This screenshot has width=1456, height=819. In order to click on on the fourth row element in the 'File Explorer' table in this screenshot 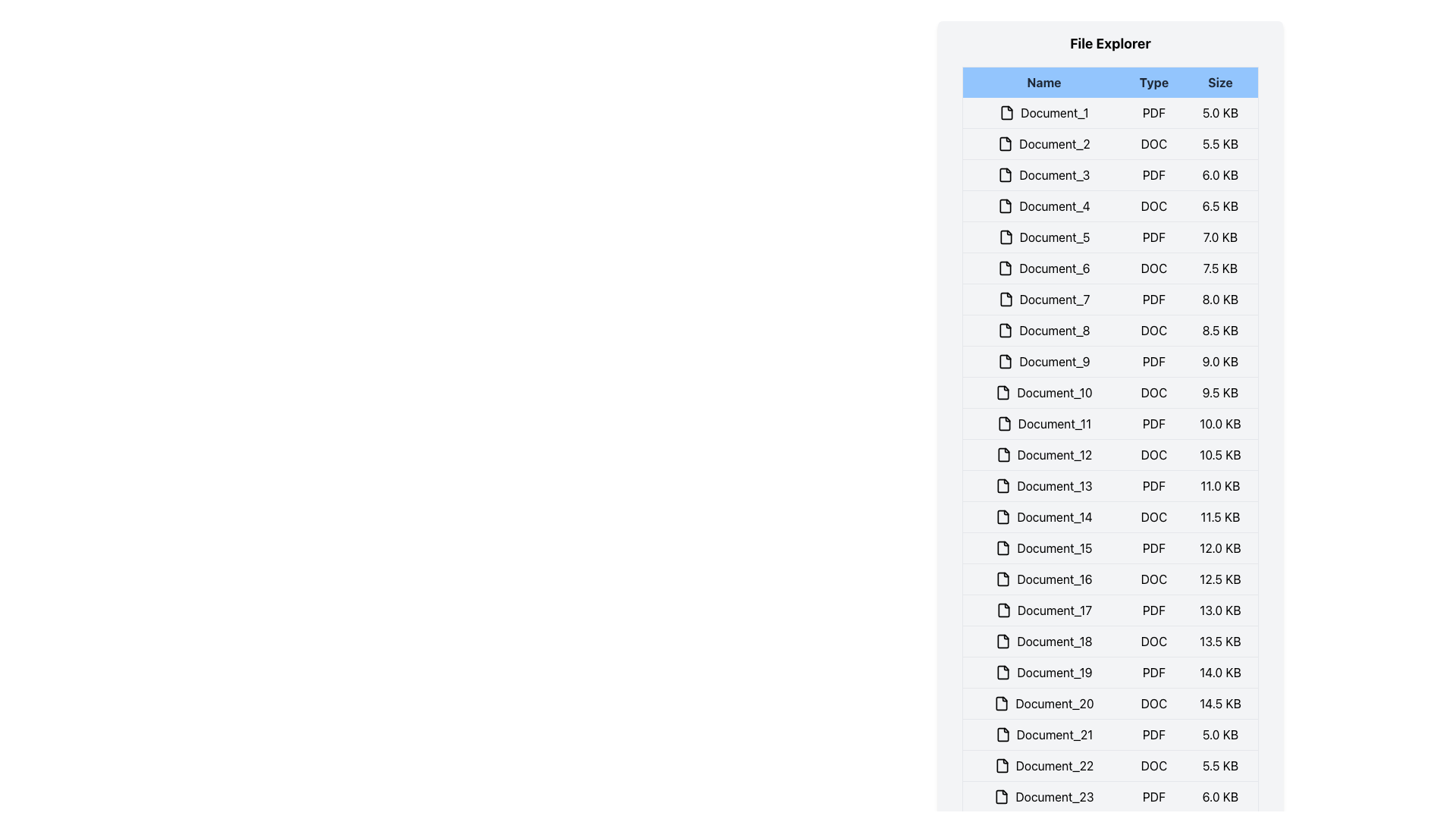, I will do `click(1110, 206)`.